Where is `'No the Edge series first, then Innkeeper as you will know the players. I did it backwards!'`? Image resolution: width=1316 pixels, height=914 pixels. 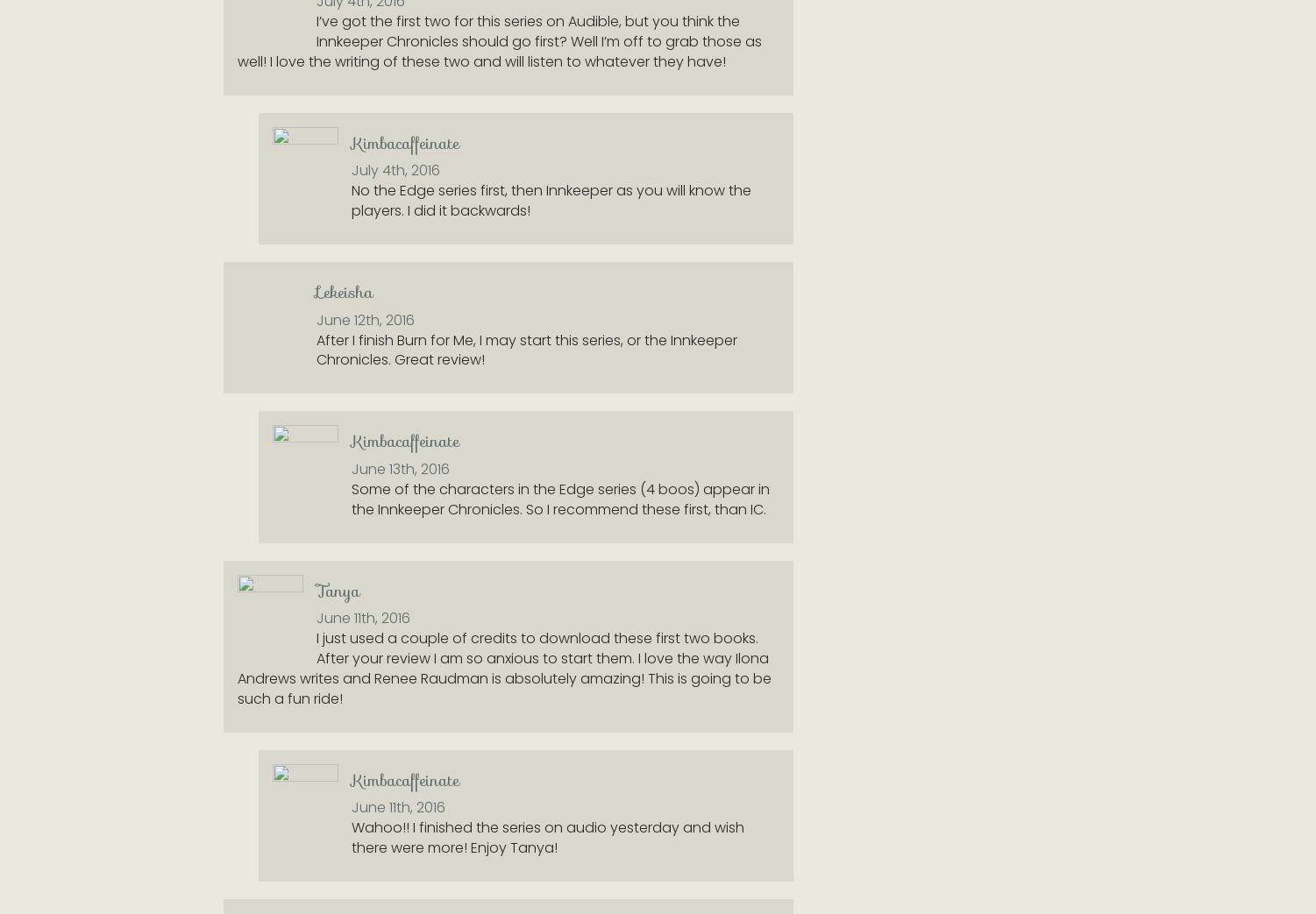
'No the Edge series first, then Innkeeper as you will know the players. I did it backwards!' is located at coordinates (551, 201).